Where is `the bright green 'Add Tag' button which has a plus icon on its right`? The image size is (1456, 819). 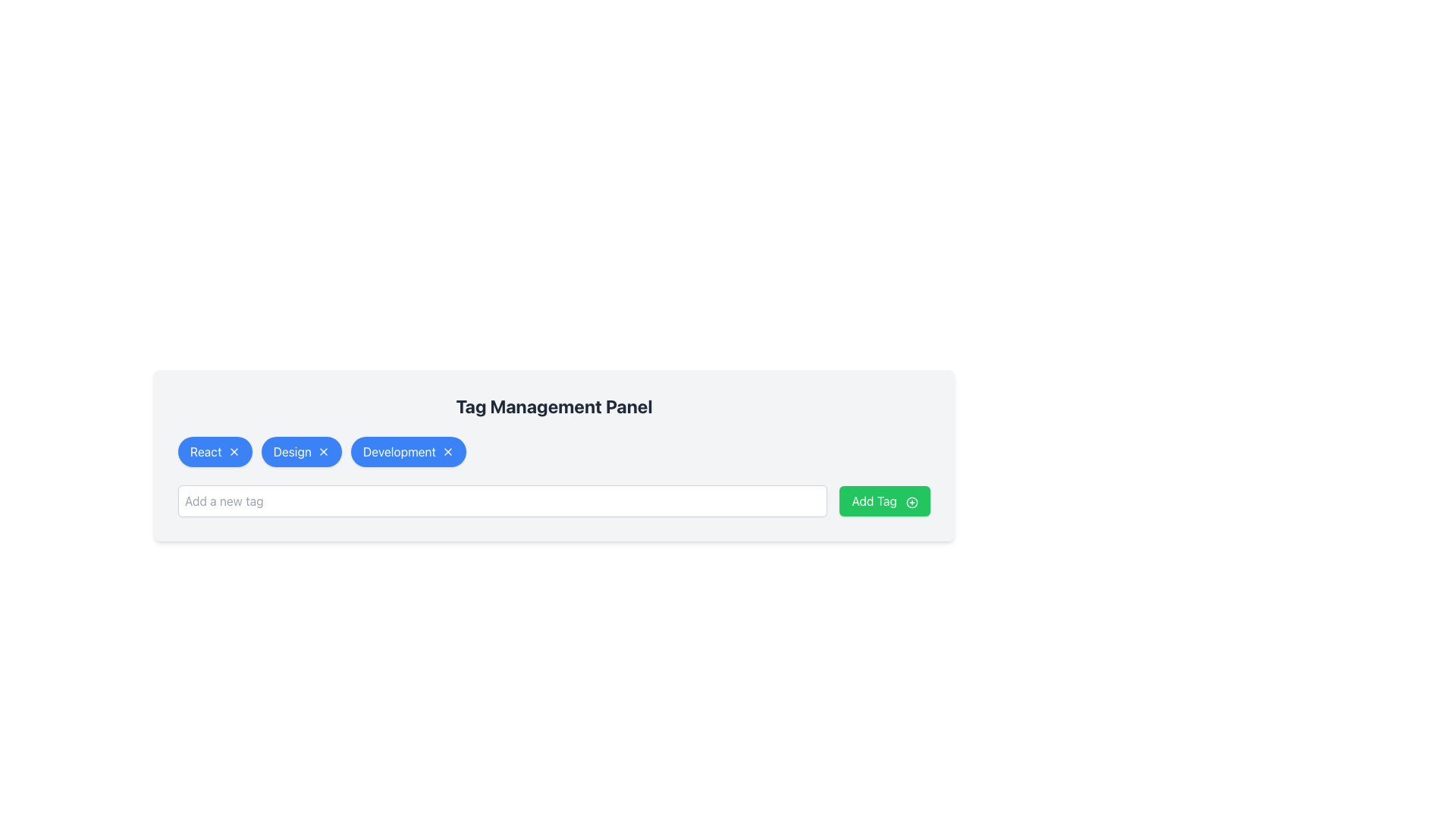
the bright green 'Add Tag' button which has a plus icon on its right is located at coordinates (885, 500).